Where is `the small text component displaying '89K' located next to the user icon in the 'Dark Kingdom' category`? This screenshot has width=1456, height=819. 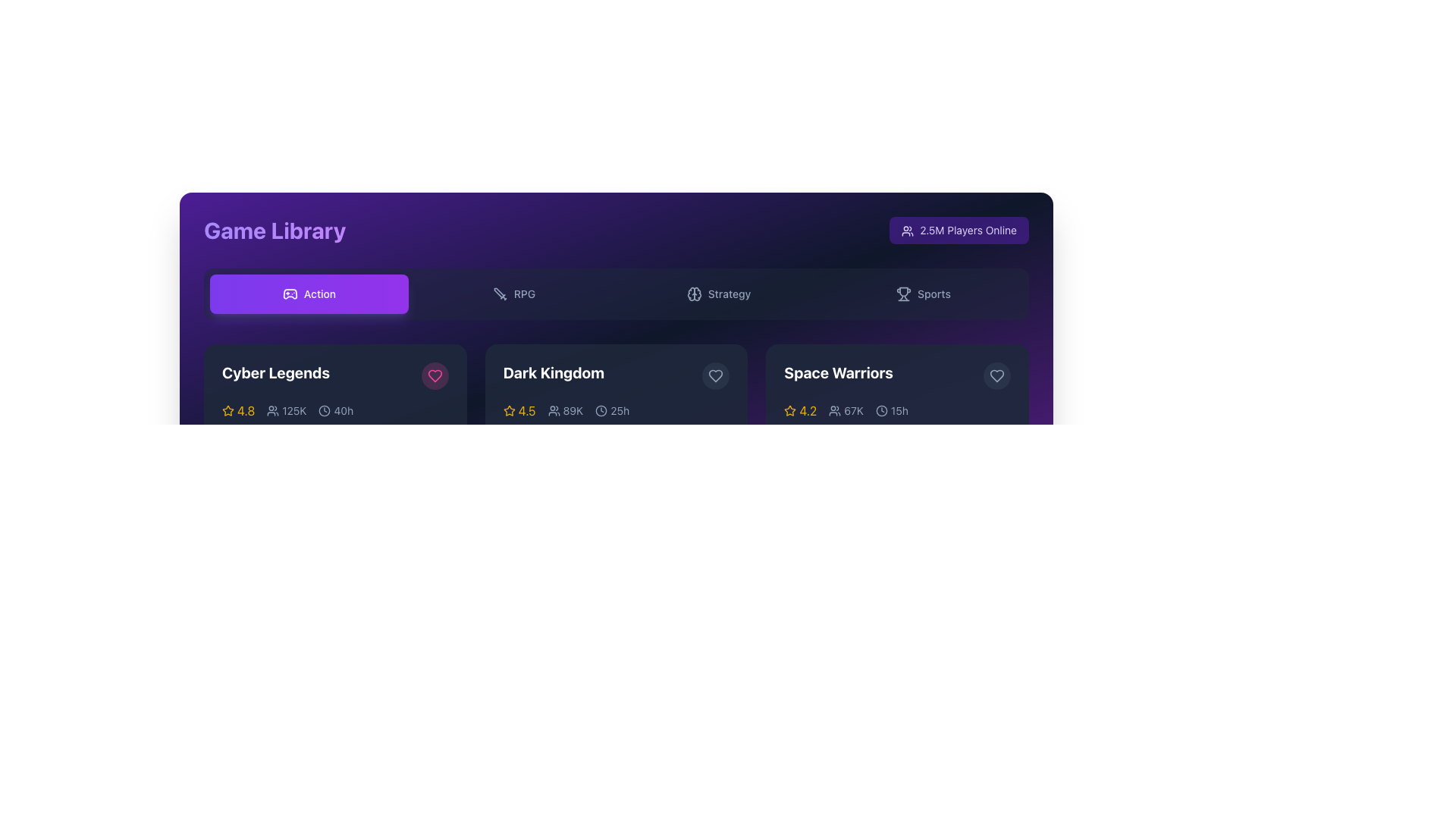
the small text component displaying '89K' located next to the user icon in the 'Dark Kingdom' category is located at coordinates (564, 411).